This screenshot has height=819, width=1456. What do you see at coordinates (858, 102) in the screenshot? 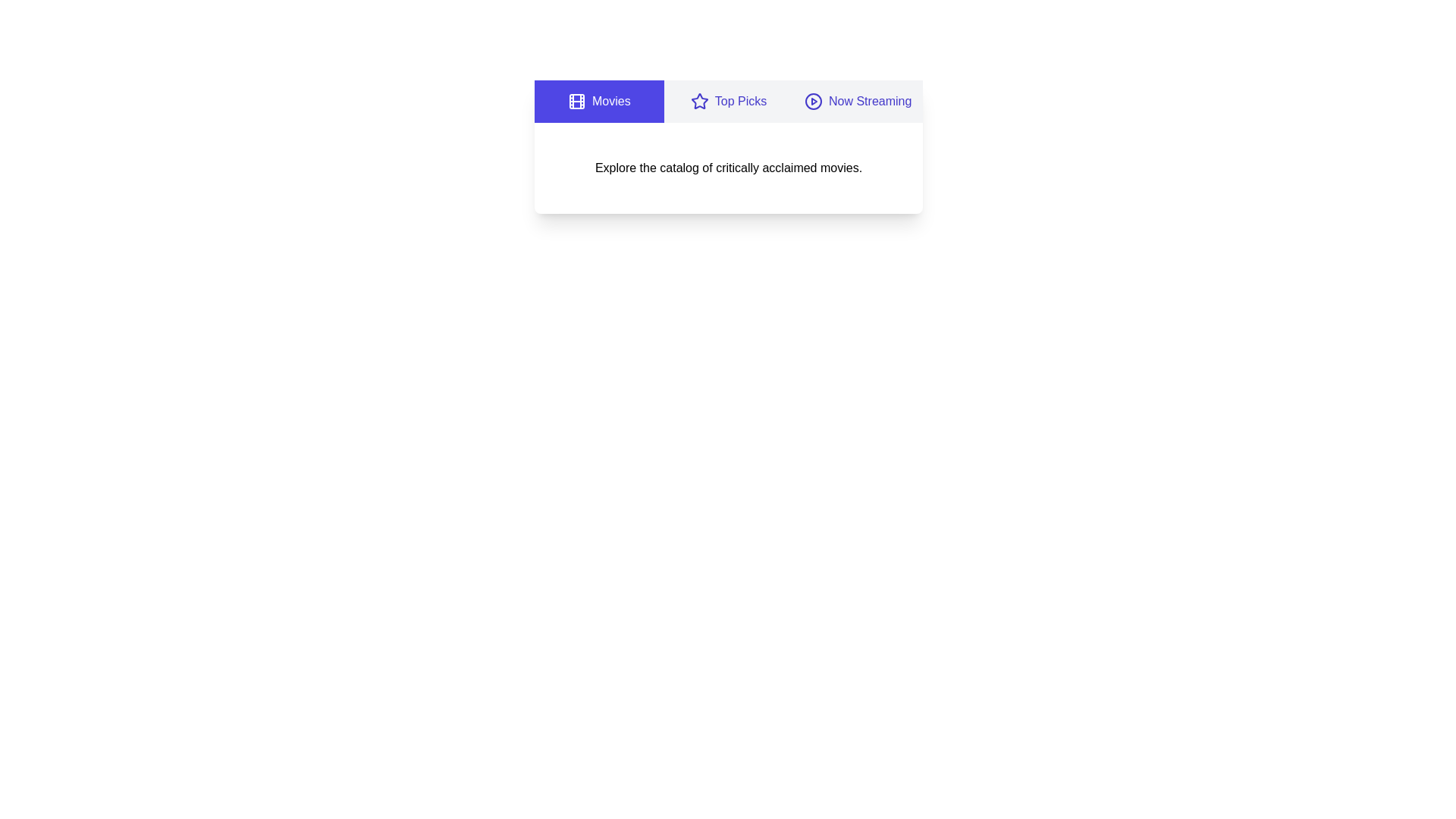
I see `the tab corresponding to Now Streaming to view its content` at bounding box center [858, 102].